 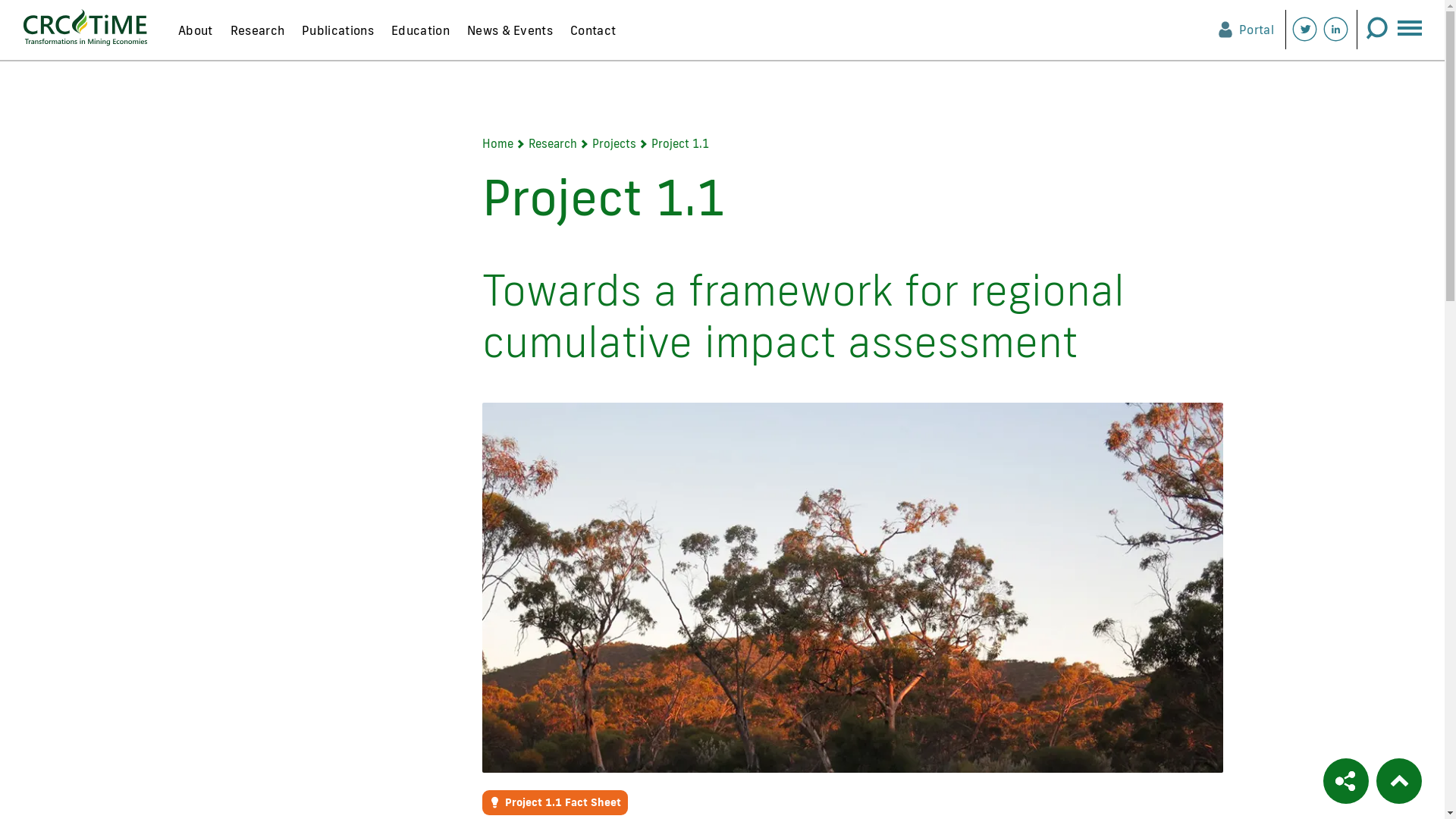 I want to click on 'Portal', so click(x=1218, y=29).